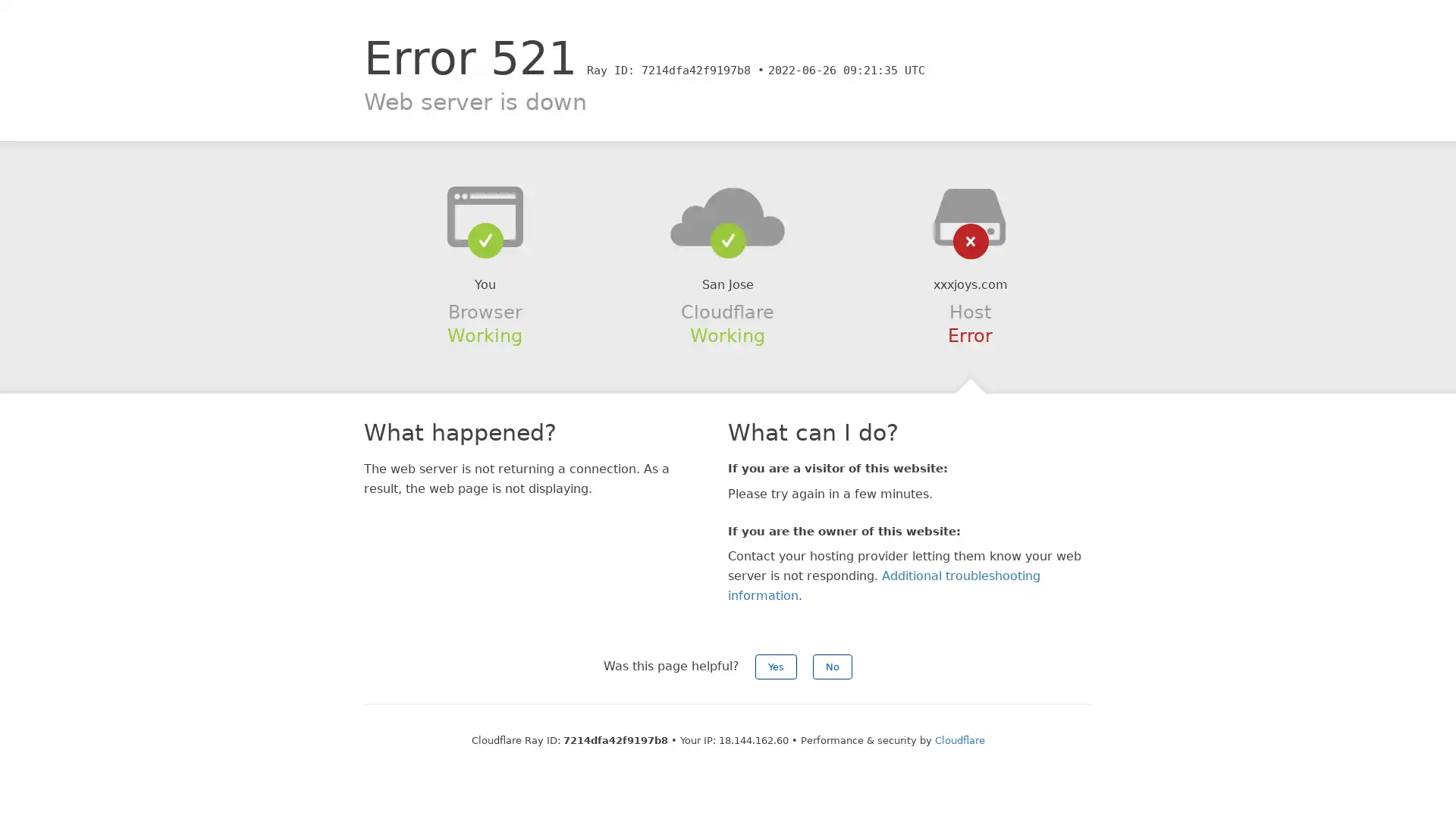 This screenshot has height=819, width=1456. I want to click on Yes, so click(776, 666).